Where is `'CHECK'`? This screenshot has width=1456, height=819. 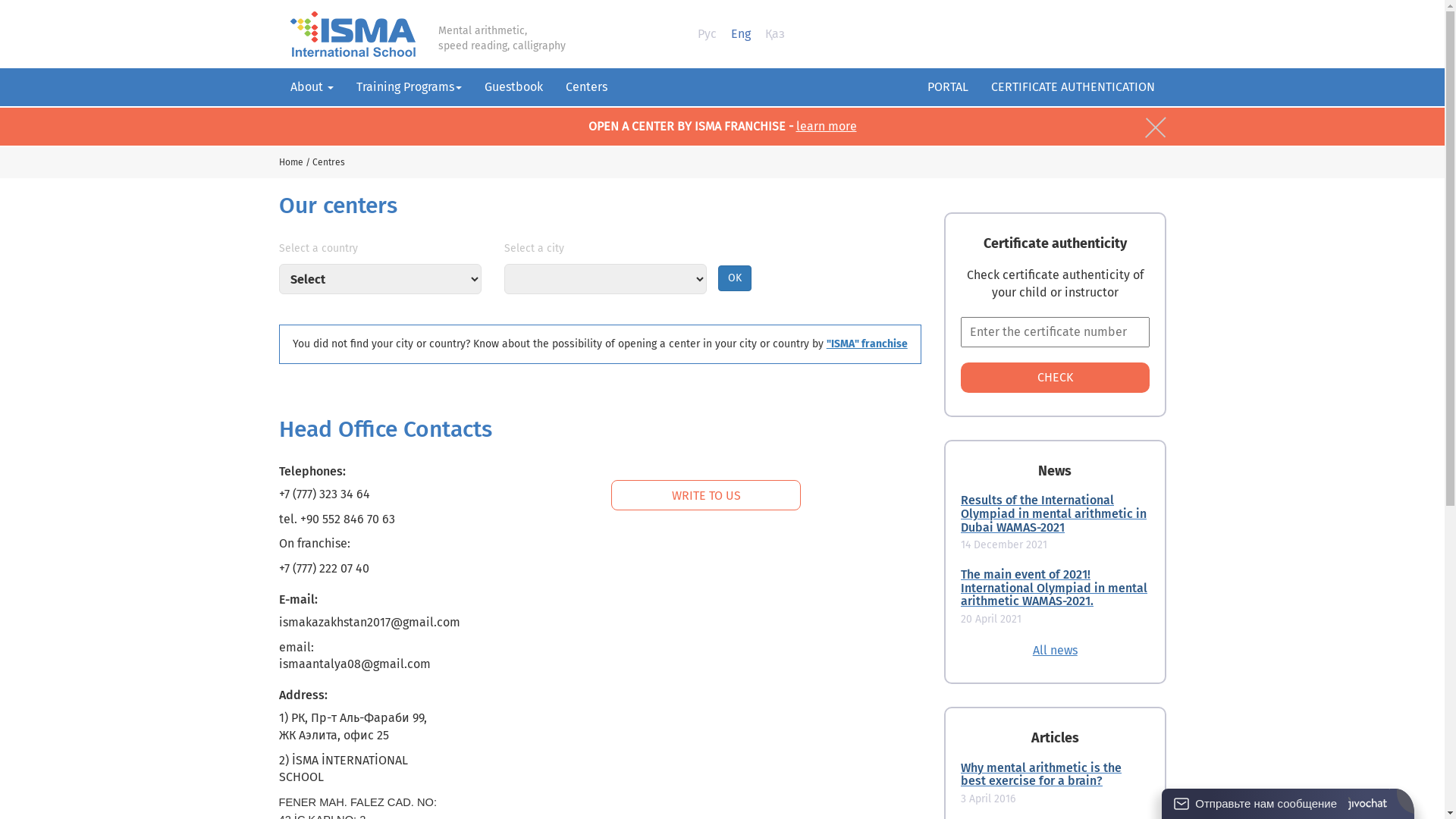
'CHECK' is located at coordinates (1054, 376).